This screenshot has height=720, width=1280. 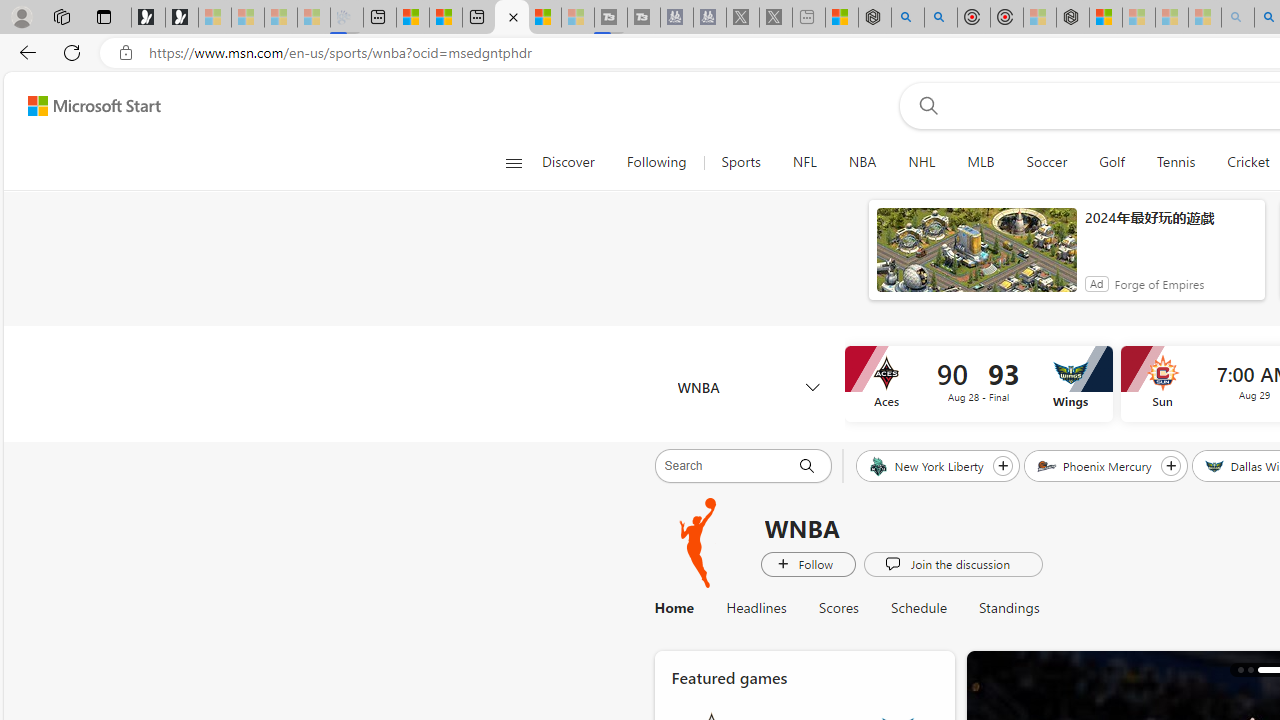 I want to click on 'MLB', so click(x=980, y=162).